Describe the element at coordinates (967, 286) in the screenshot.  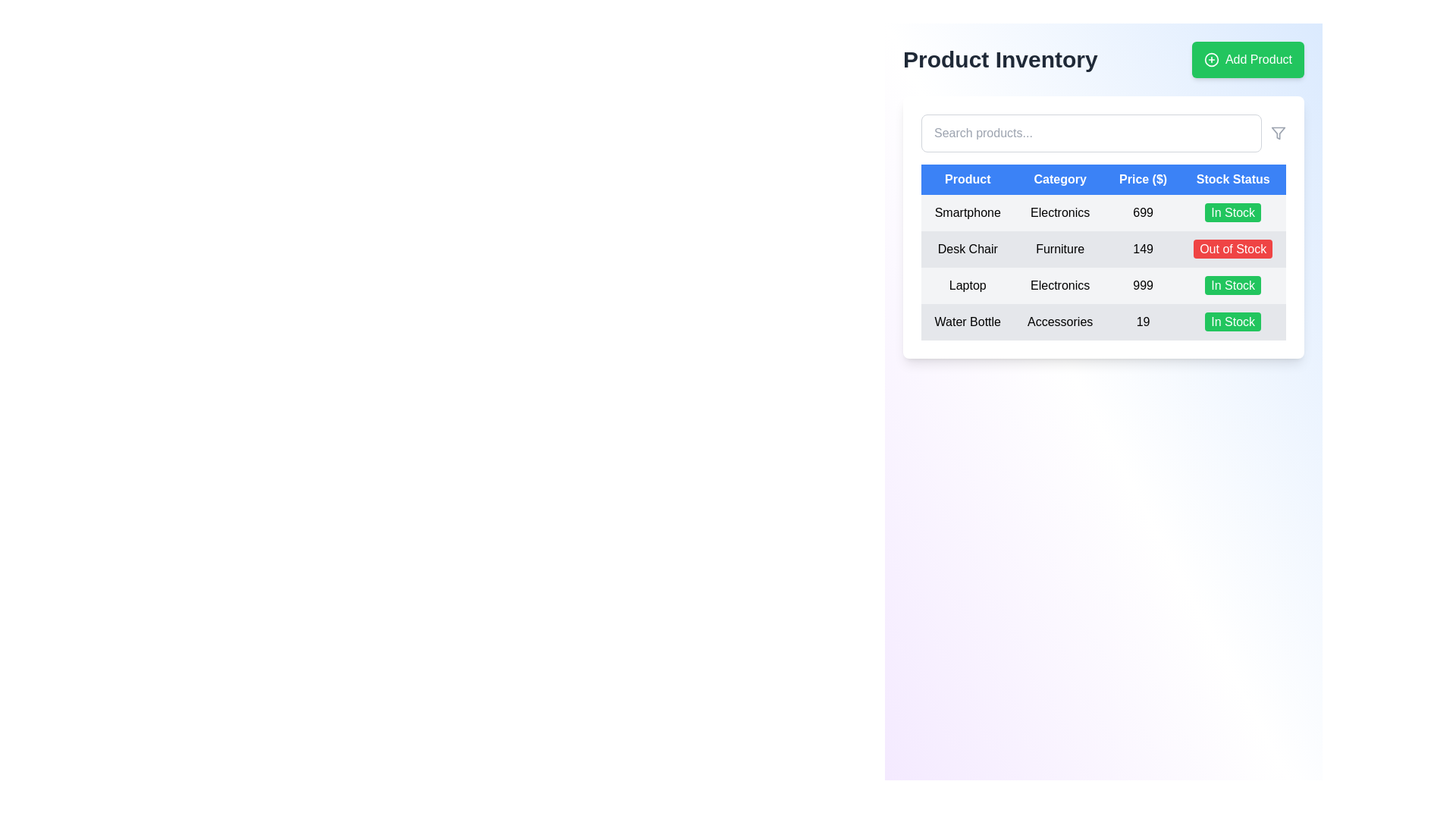
I see `the static text field that identifies the product type in the product inventory system, located in the 'Product' column of the third data row` at that location.